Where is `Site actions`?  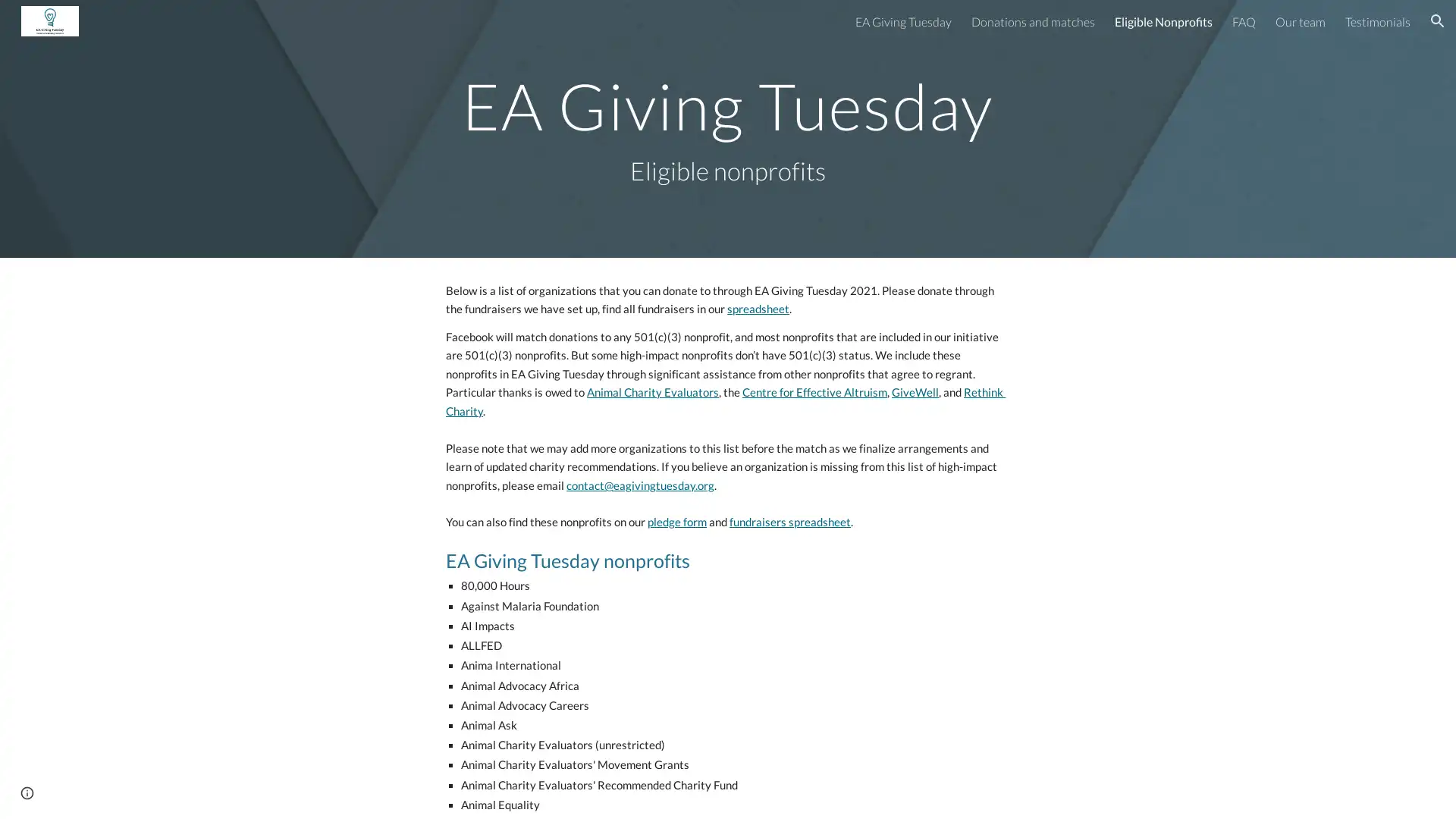
Site actions is located at coordinates (27, 792).